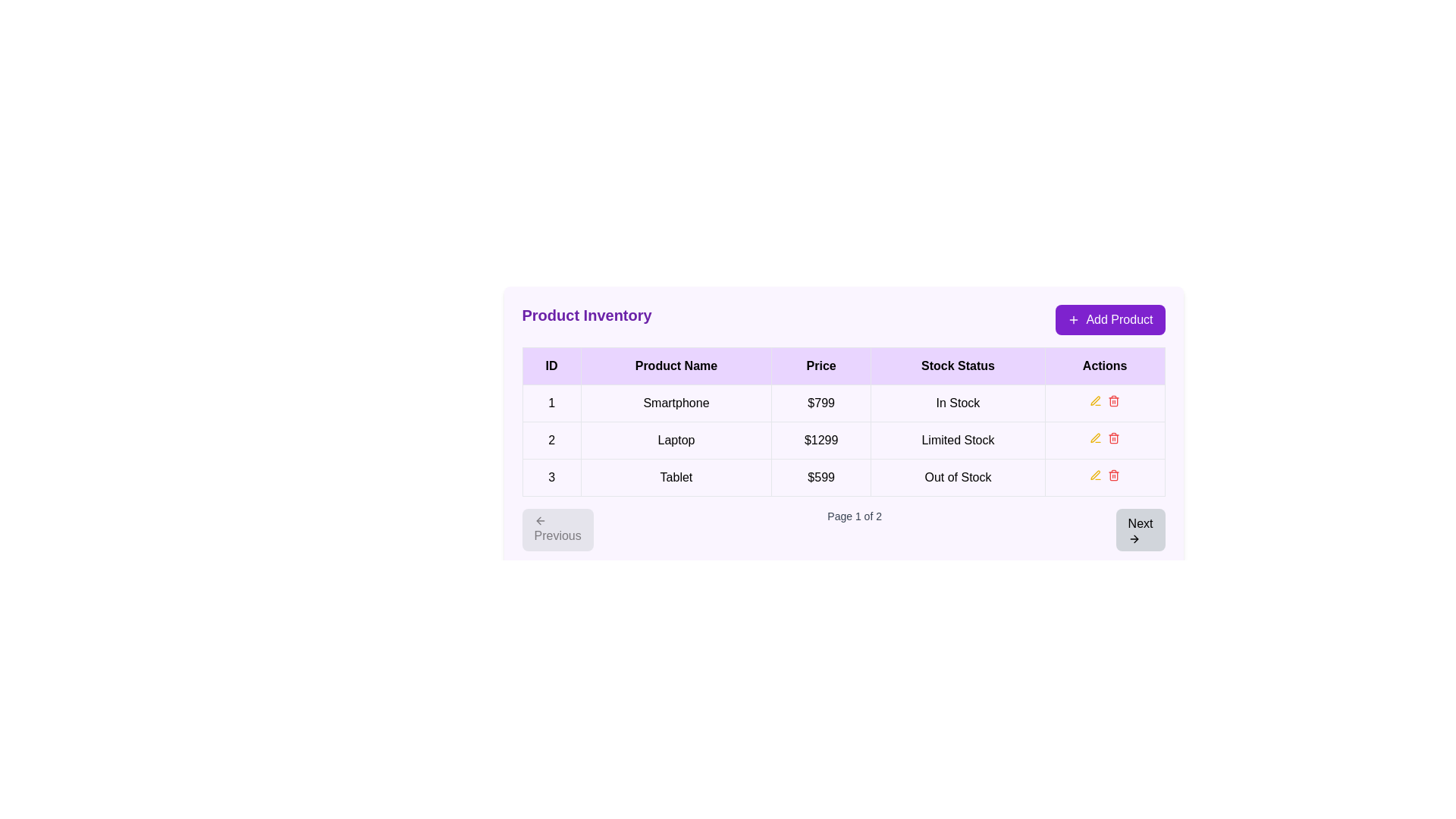  What do you see at coordinates (1113, 475) in the screenshot?
I see `the clickable trash can icon in the third row under the 'Actions' column` at bounding box center [1113, 475].